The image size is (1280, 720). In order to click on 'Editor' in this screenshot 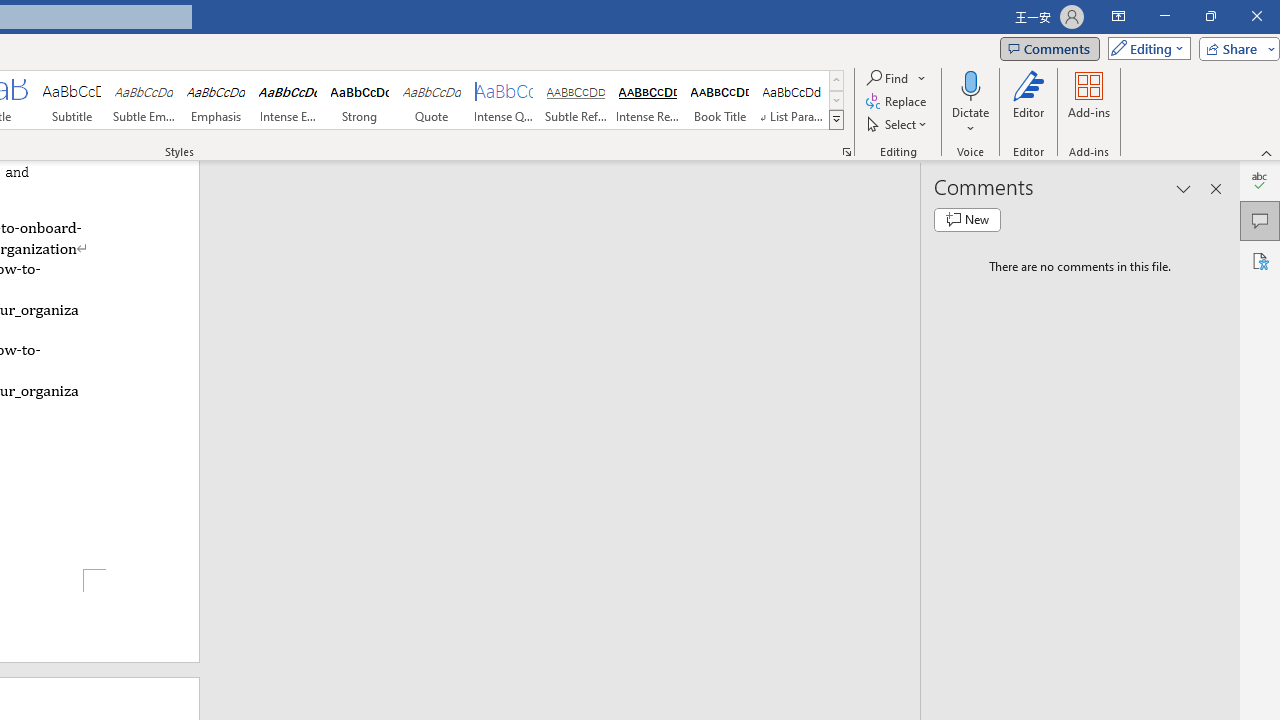, I will do `click(1029, 103)`.